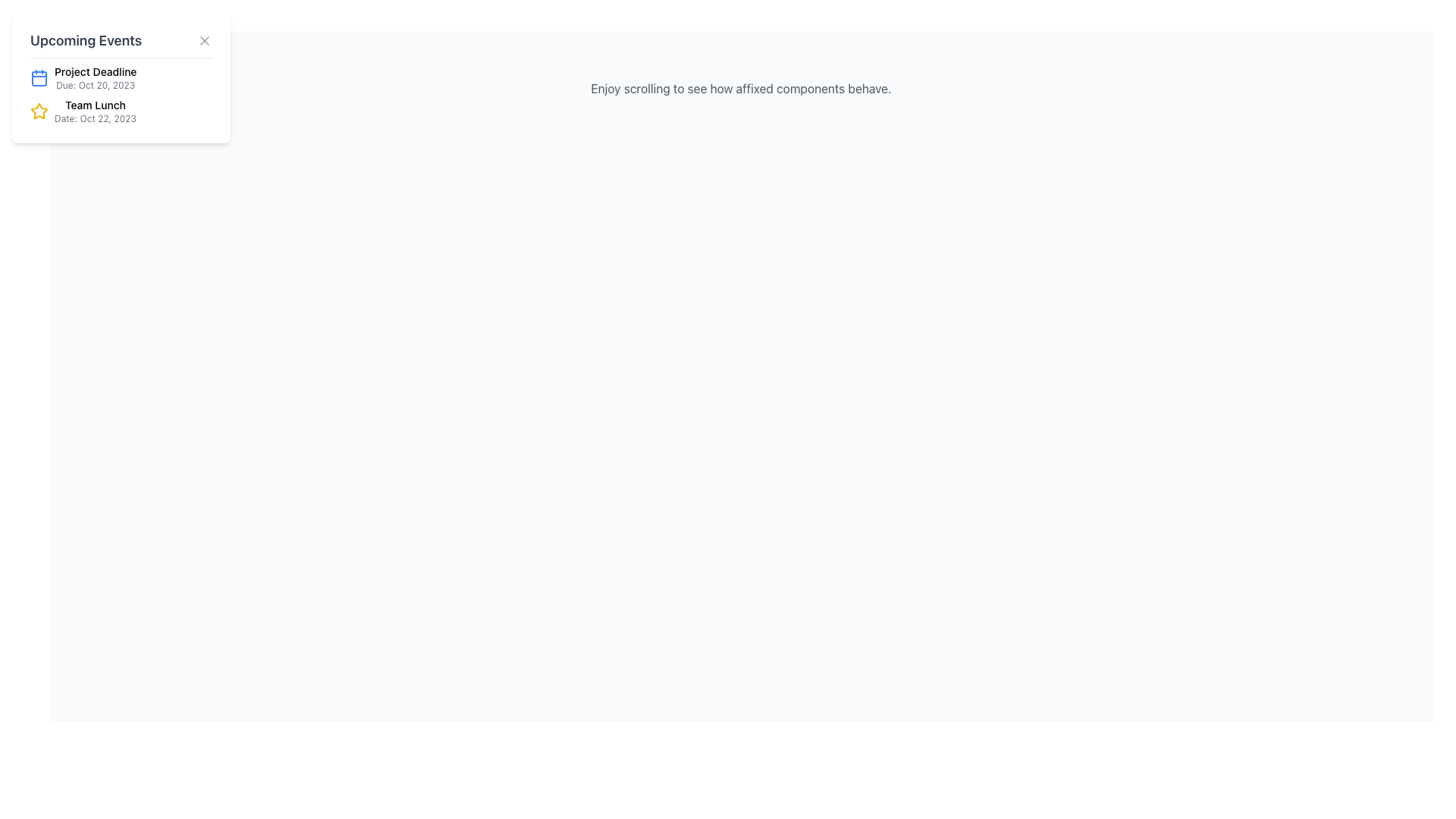  I want to click on second entry in the list of events, which features a star icon, labeled 'Team Lunch', with details 'Date: Oct 22, 2023', so click(120, 94).